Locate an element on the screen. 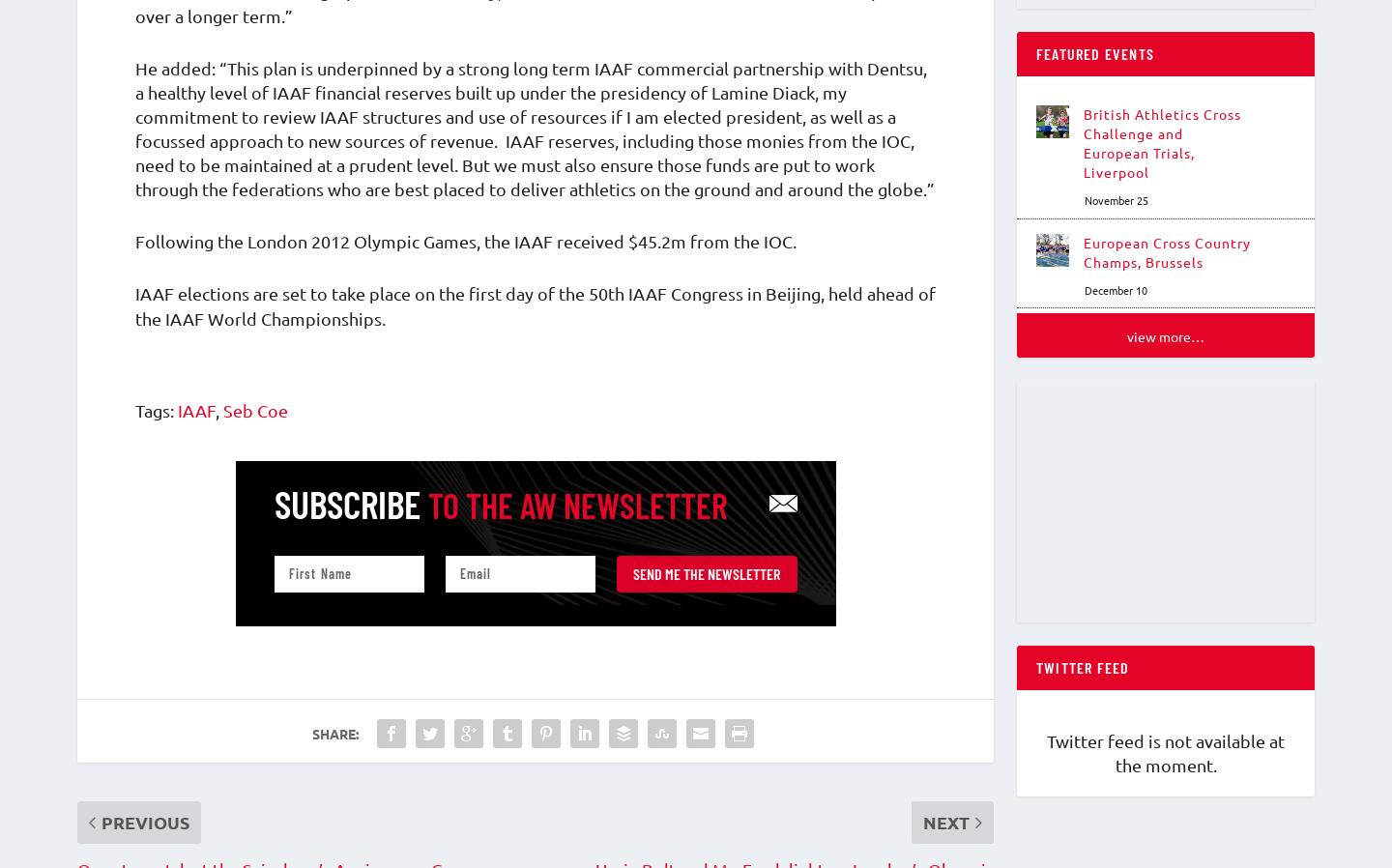 Image resolution: width=1392 pixels, height=868 pixels. 'View More…' is located at coordinates (1165, 347).